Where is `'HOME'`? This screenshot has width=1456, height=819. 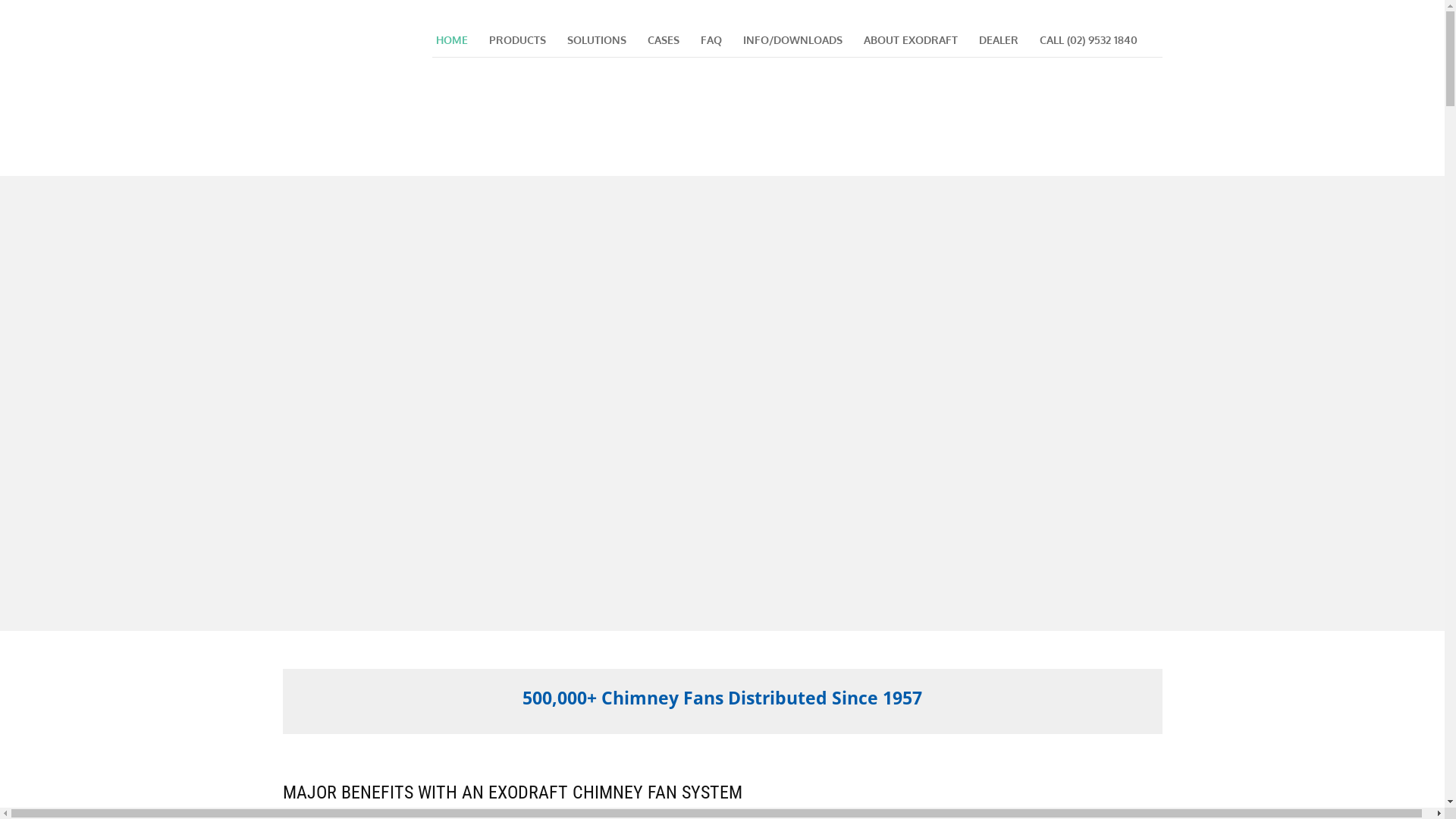
'HOME' is located at coordinates (450, 39).